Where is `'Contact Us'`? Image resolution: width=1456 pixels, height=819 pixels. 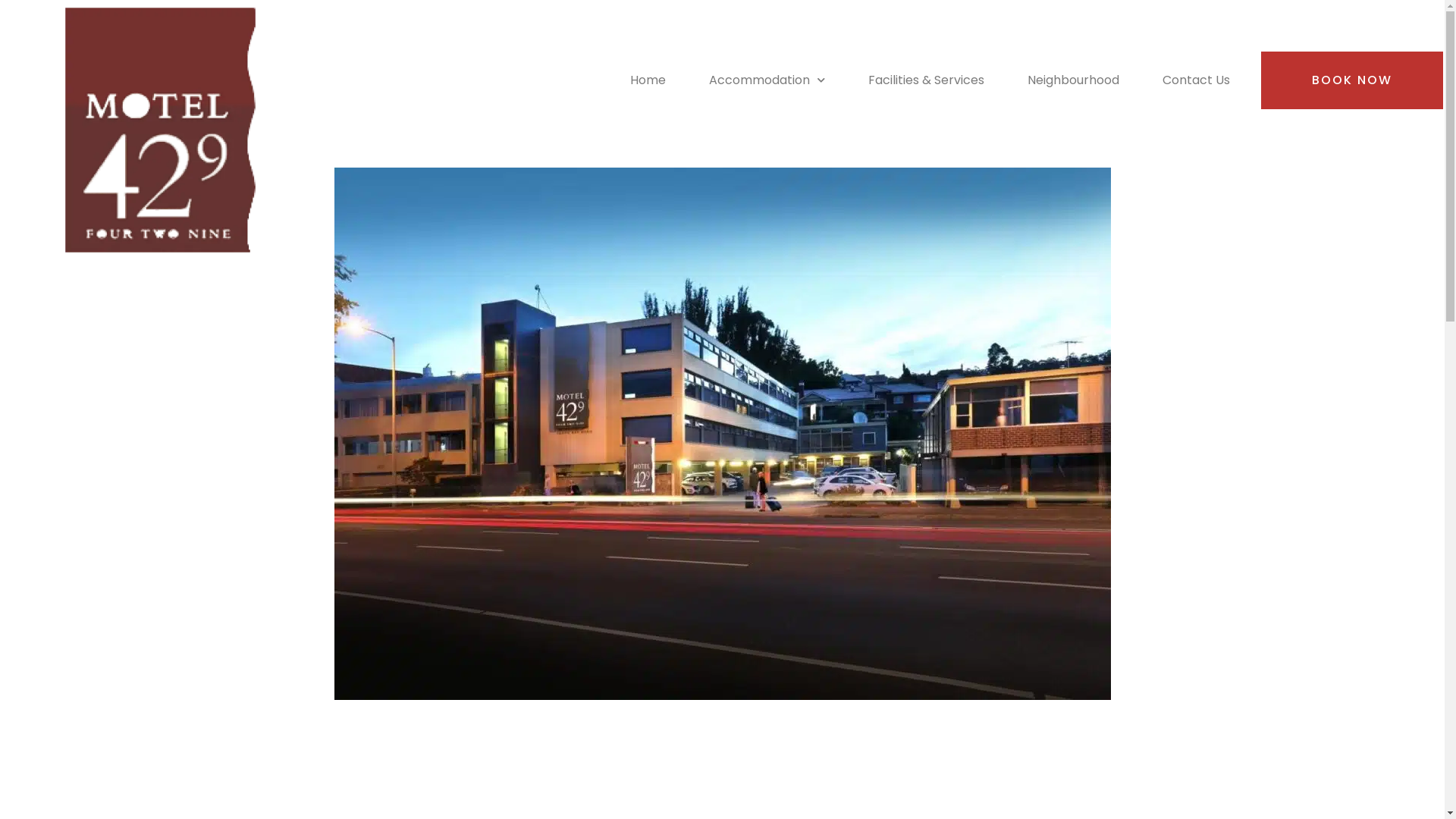 'Contact Us' is located at coordinates (1195, 80).